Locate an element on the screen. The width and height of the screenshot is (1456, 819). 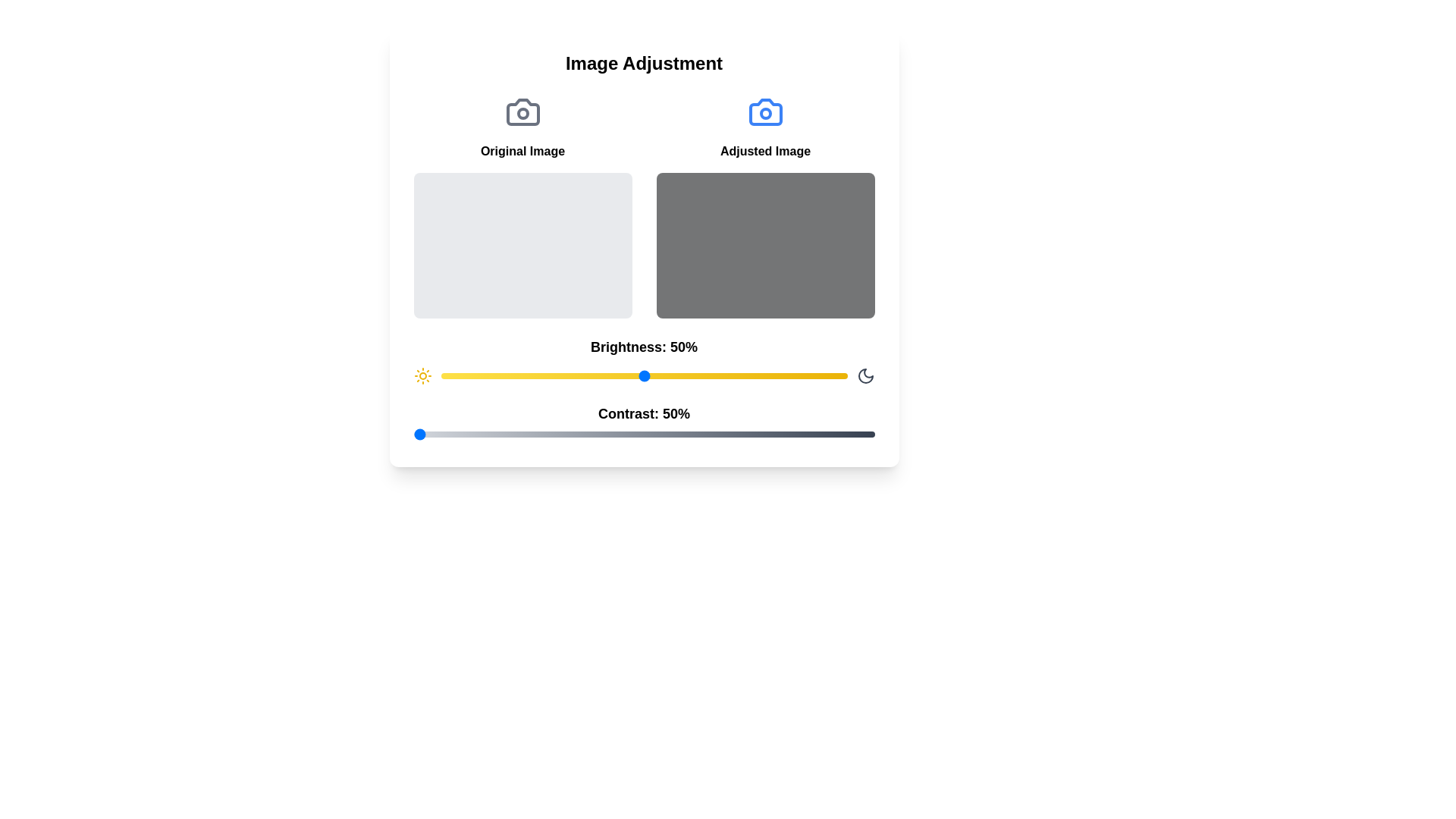
the slider value is located at coordinates (481, 375).